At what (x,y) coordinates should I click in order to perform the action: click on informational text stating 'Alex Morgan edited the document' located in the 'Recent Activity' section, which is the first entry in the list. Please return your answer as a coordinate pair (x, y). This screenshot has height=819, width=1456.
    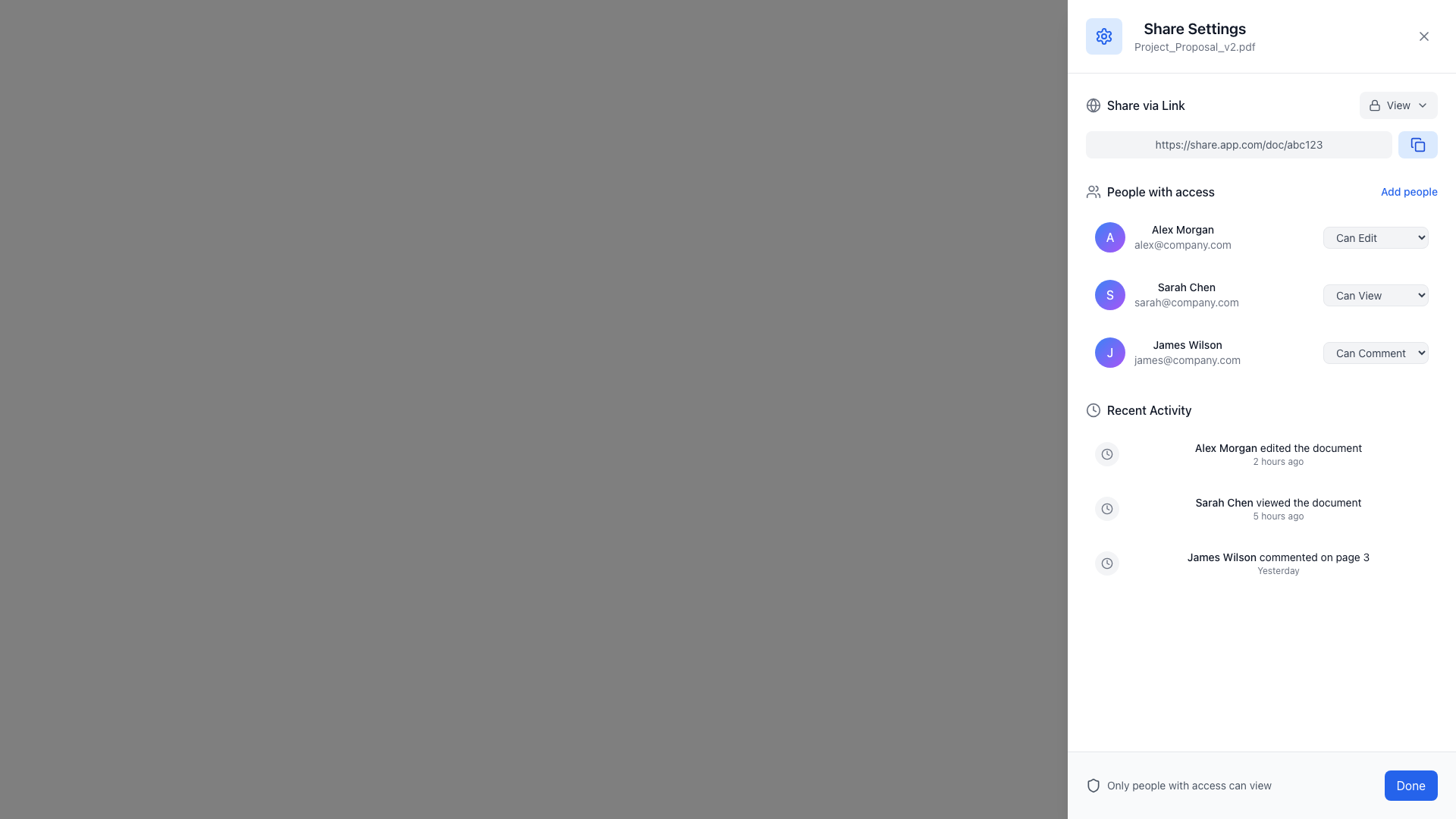
    Looking at the image, I should click on (1277, 447).